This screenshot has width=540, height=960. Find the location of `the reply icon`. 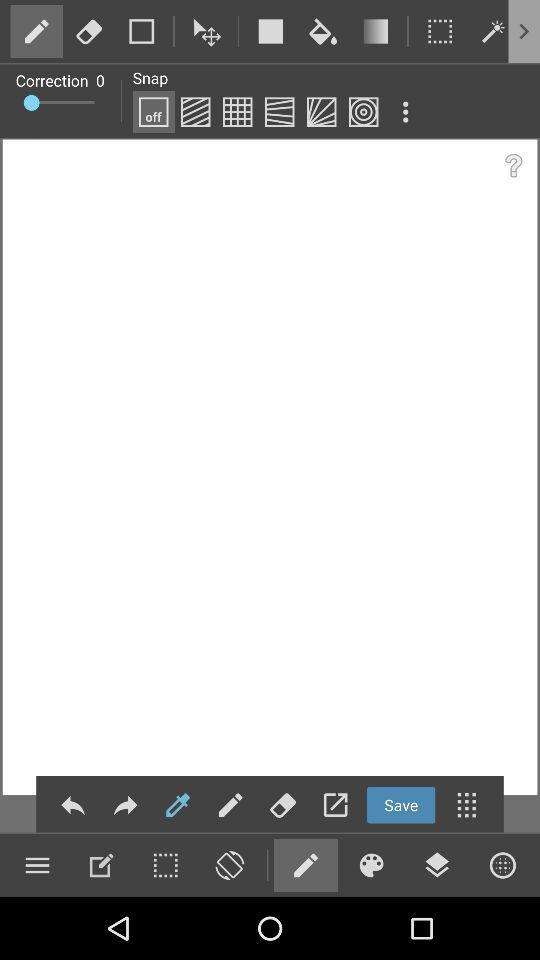

the reply icon is located at coordinates (72, 805).